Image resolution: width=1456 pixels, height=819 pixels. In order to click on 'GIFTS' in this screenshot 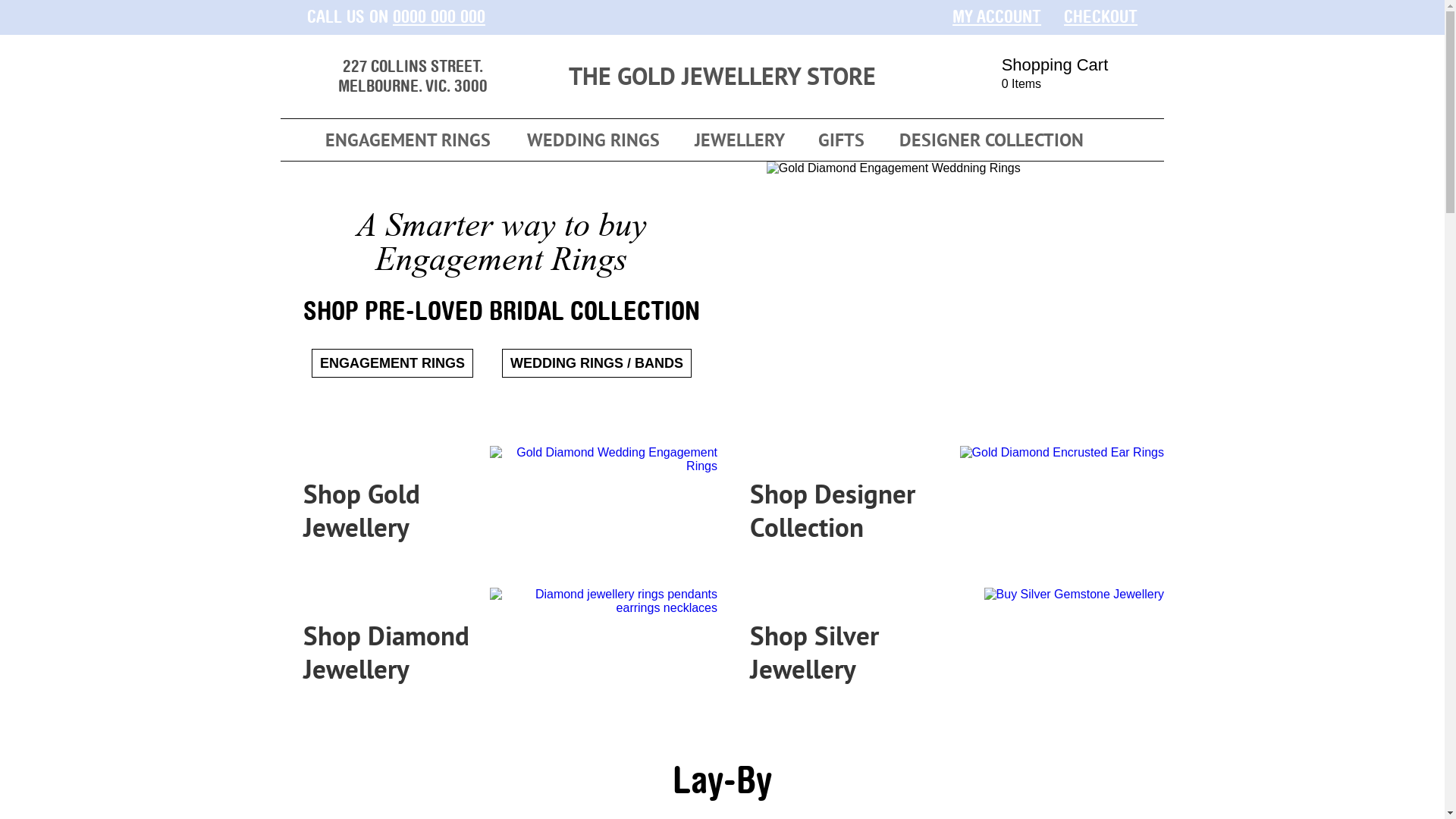, I will do `click(839, 140)`.